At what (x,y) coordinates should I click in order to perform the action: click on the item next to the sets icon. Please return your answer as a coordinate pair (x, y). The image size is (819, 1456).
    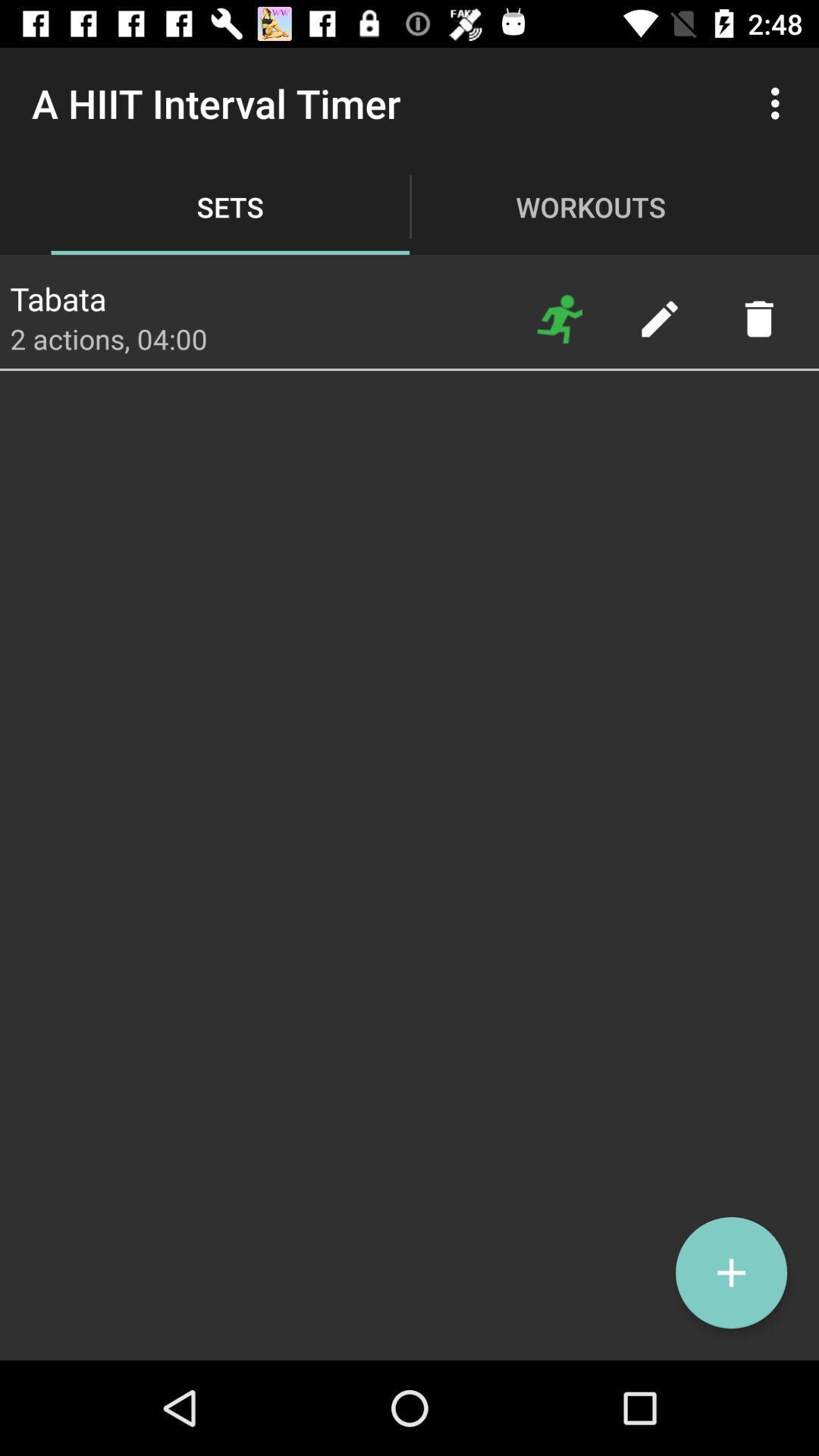
    Looking at the image, I should click on (560, 318).